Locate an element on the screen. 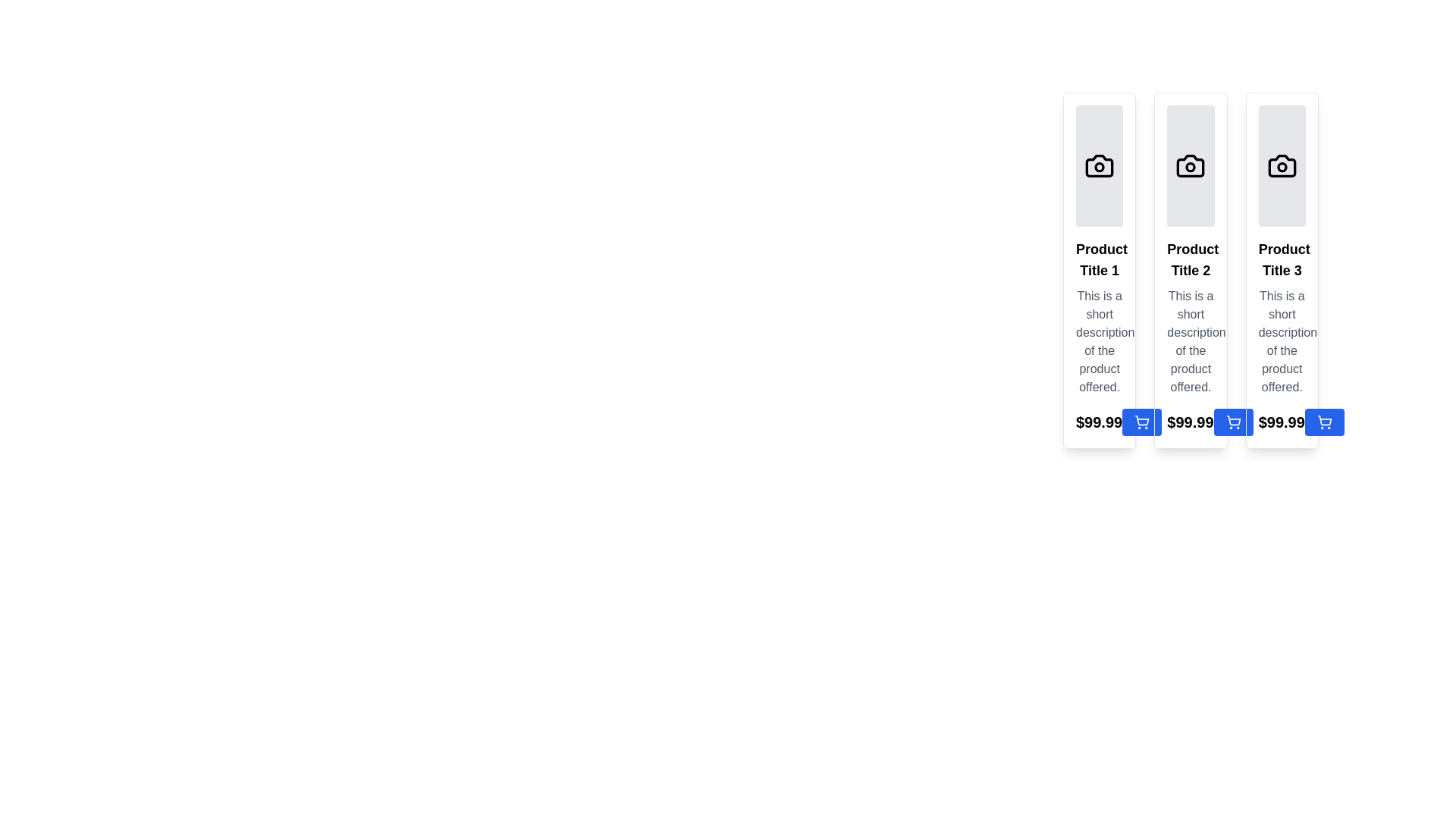  the product image icon located in the center of the second card from the left in a row of three cards is located at coordinates (1190, 166).